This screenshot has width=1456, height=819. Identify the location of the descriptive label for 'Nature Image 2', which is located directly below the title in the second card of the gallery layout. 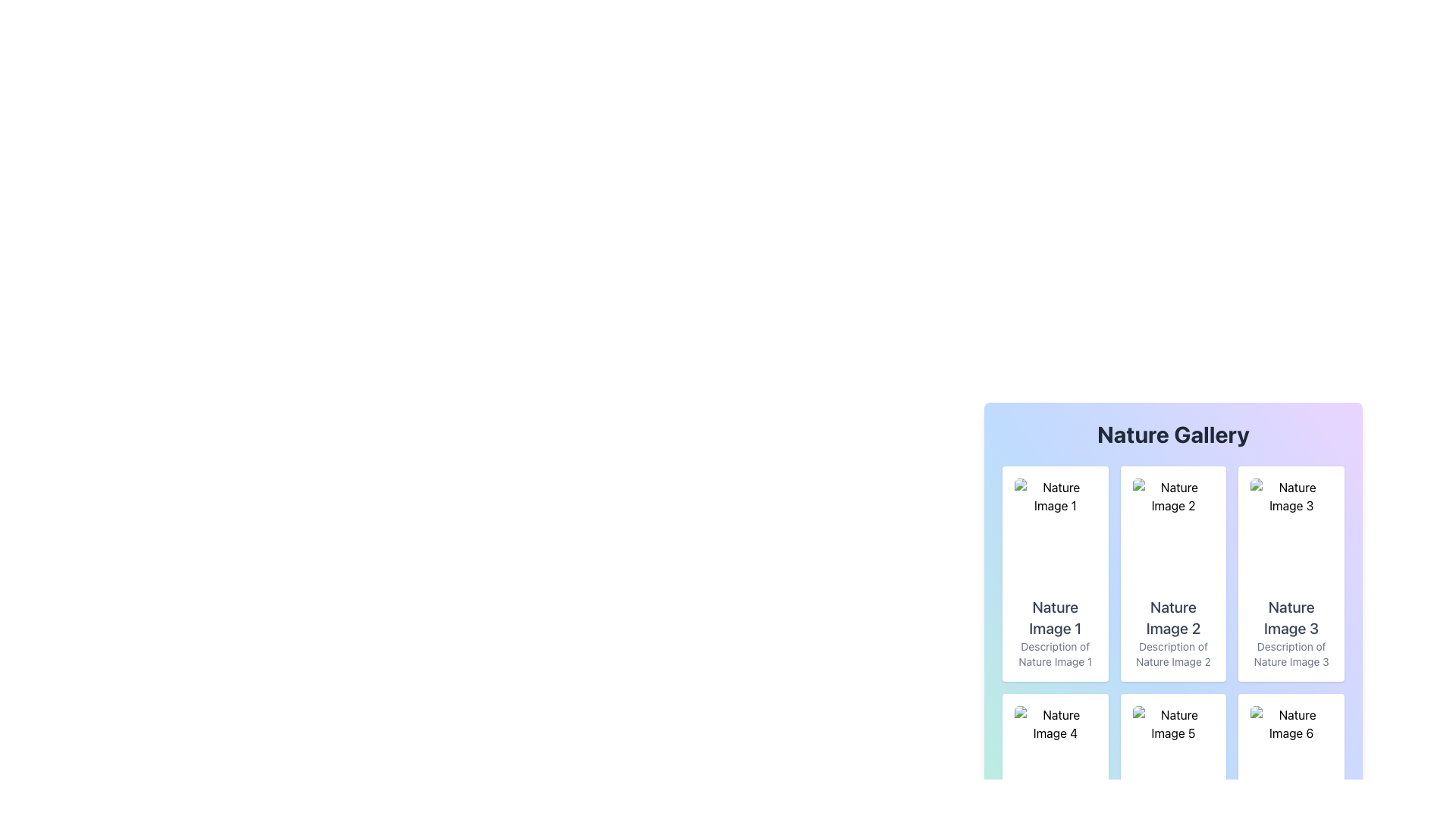
(1172, 654).